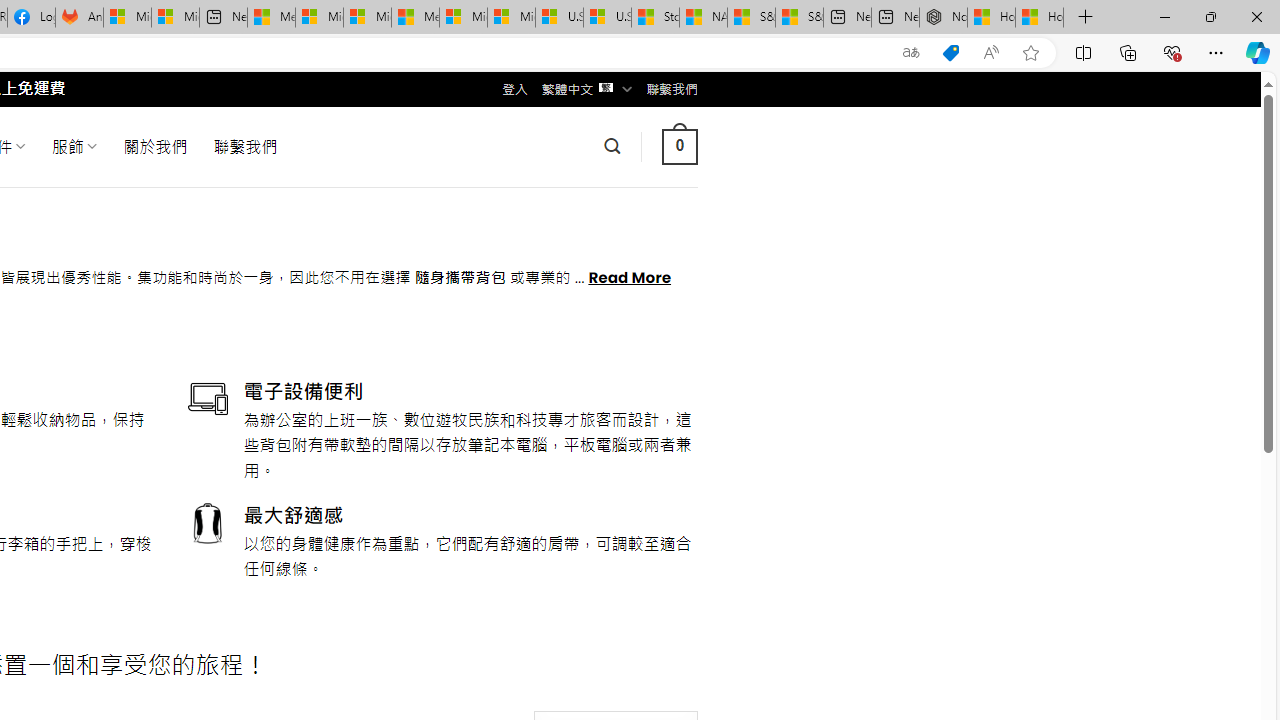  Describe the element at coordinates (628, 276) in the screenshot. I see `'Read More'` at that location.